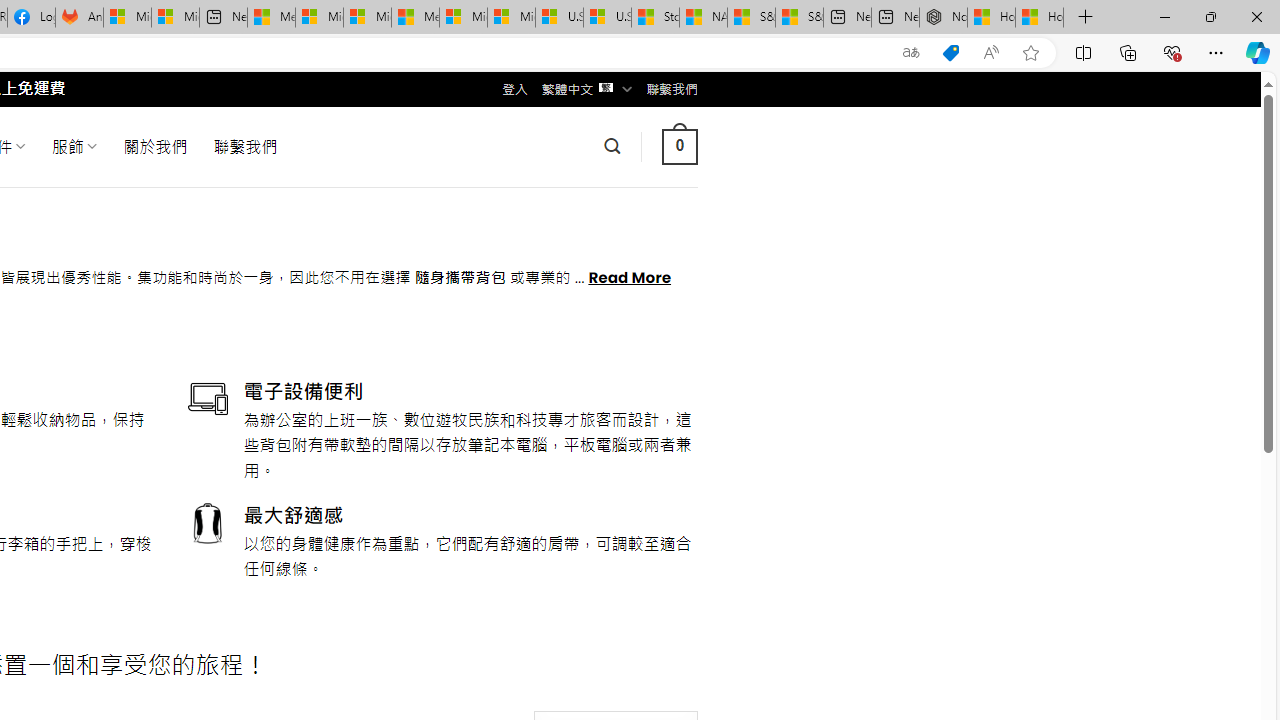  Describe the element at coordinates (628, 276) in the screenshot. I see `'Read More'` at that location.